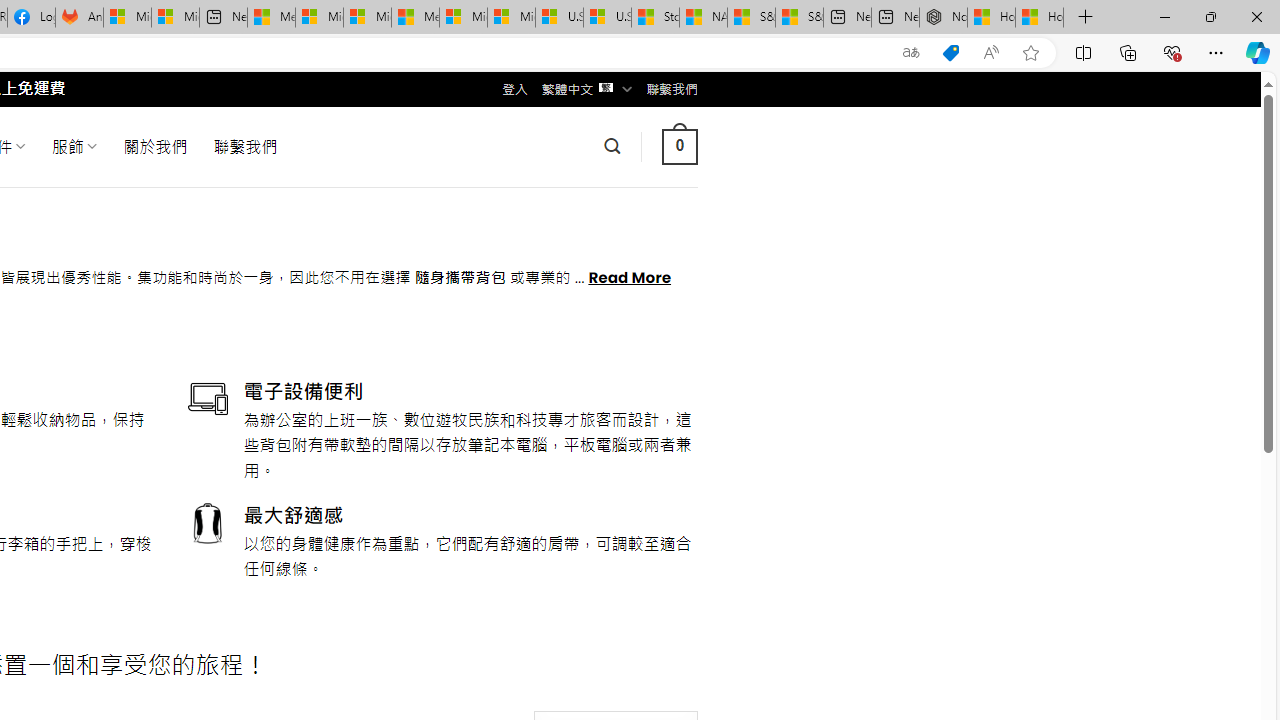  Describe the element at coordinates (628, 276) in the screenshot. I see `'Read More'` at that location.